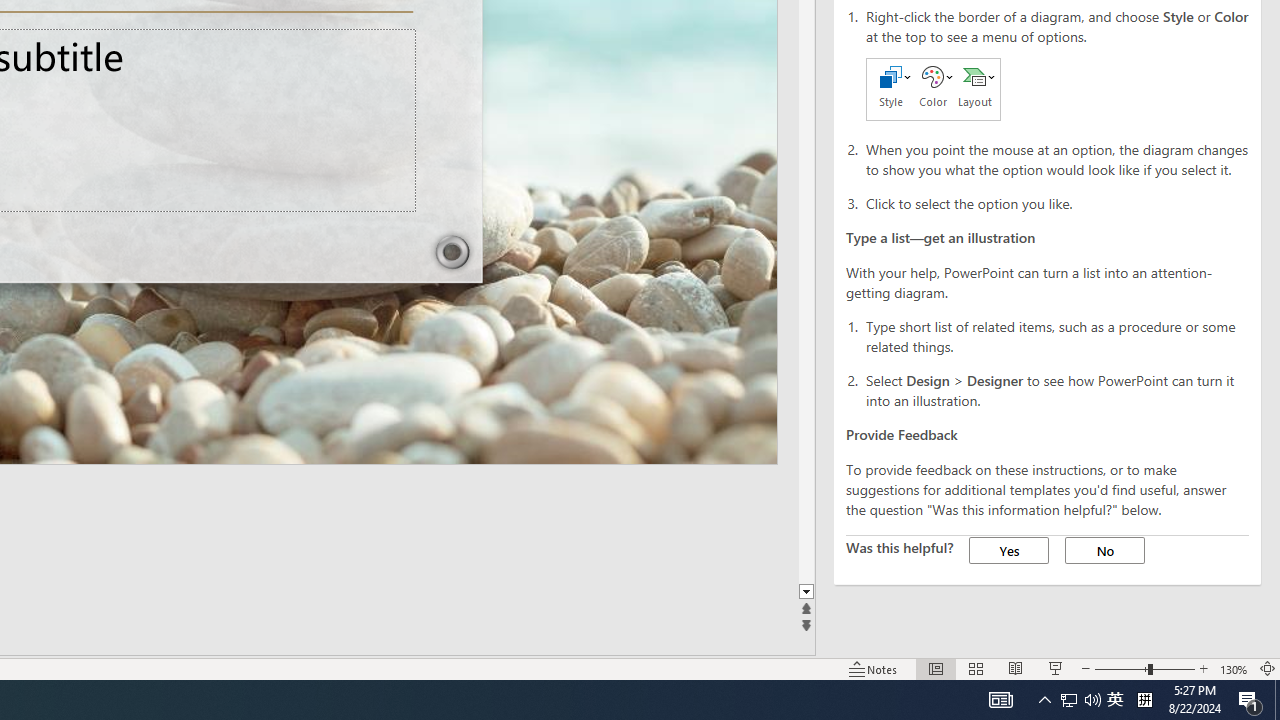 The height and width of the screenshot is (720, 1280). What do you see at coordinates (1233, 669) in the screenshot?
I see `'Zoom 130%'` at bounding box center [1233, 669].